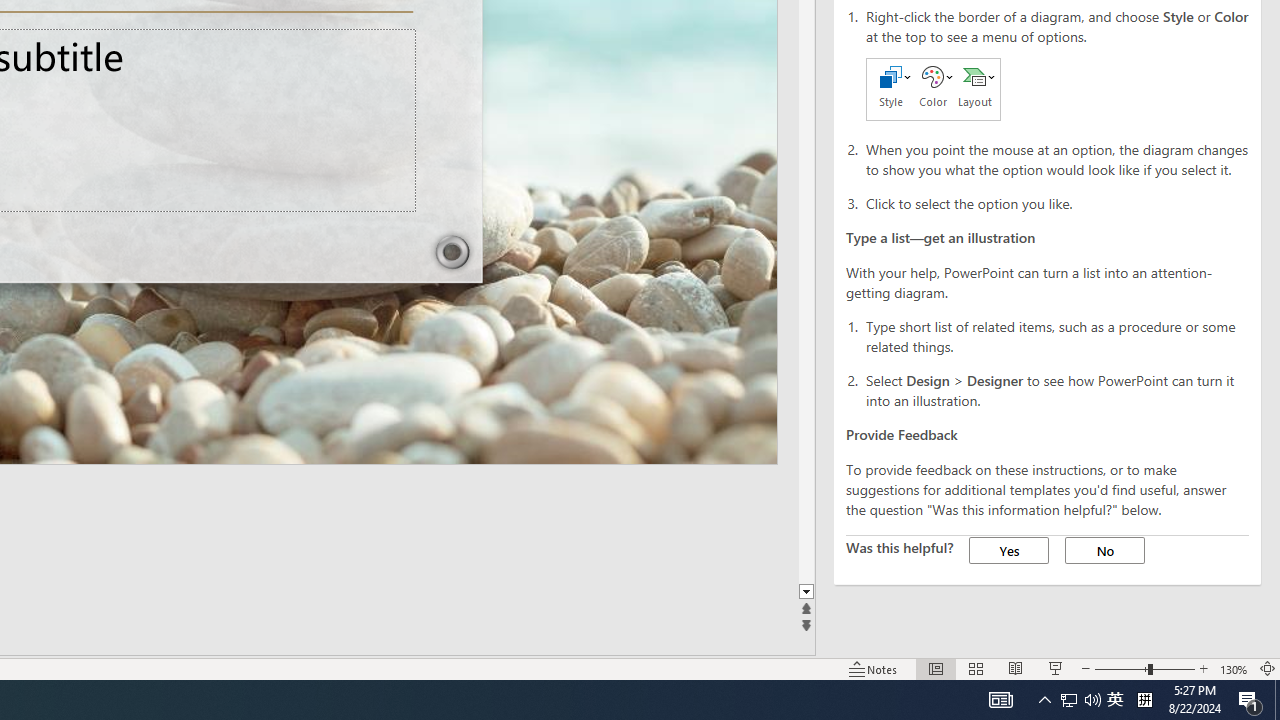 The height and width of the screenshot is (720, 1280). What do you see at coordinates (1233, 669) in the screenshot?
I see `'Zoom 130%'` at bounding box center [1233, 669].